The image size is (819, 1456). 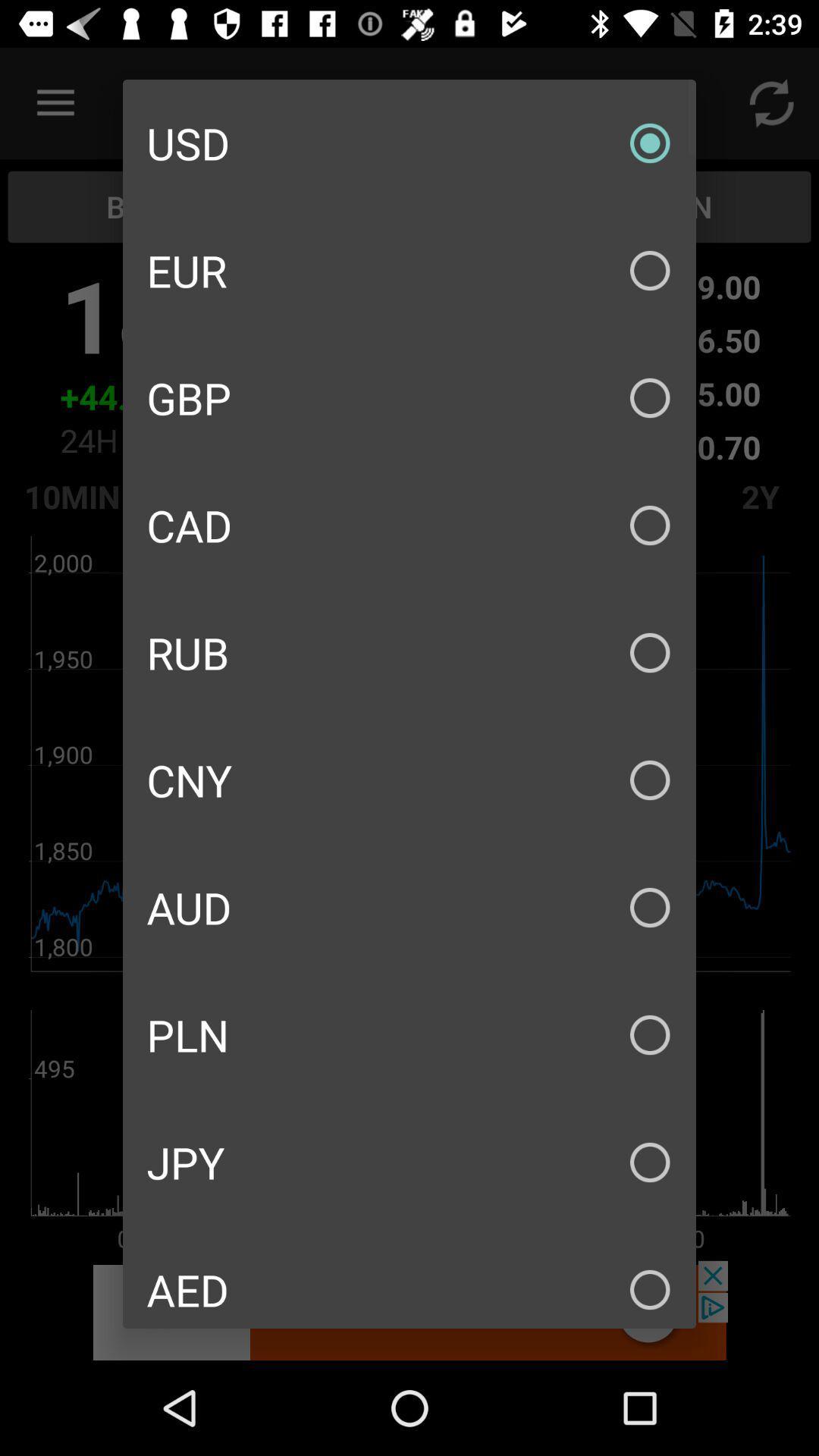 I want to click on the cad icon, so click(x=409, y=525).